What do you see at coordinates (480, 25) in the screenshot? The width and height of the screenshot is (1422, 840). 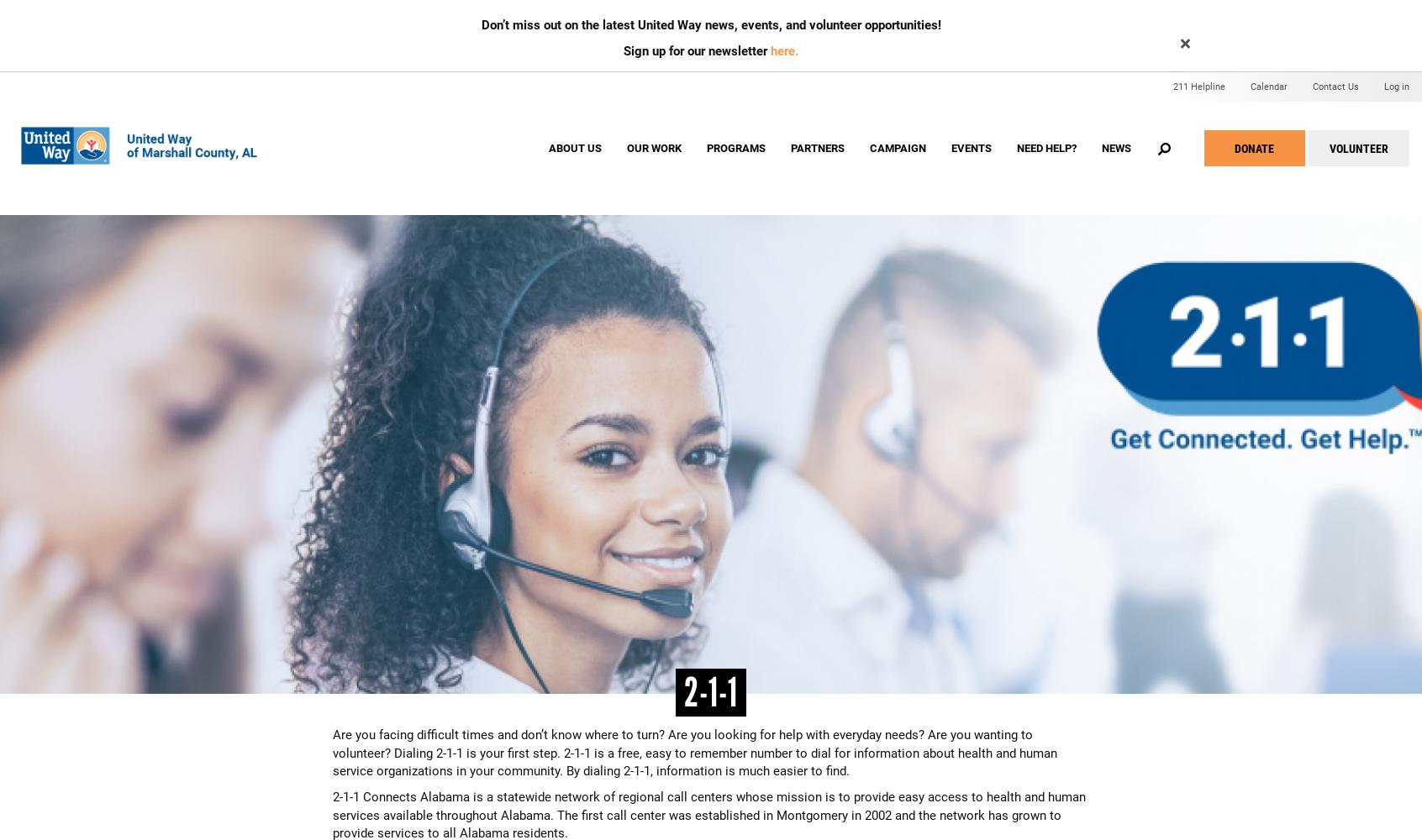 I see `'Don’t miss out on the latest United Way news, events, and volunteer opportunities!'` at bounding box center [480, 25].